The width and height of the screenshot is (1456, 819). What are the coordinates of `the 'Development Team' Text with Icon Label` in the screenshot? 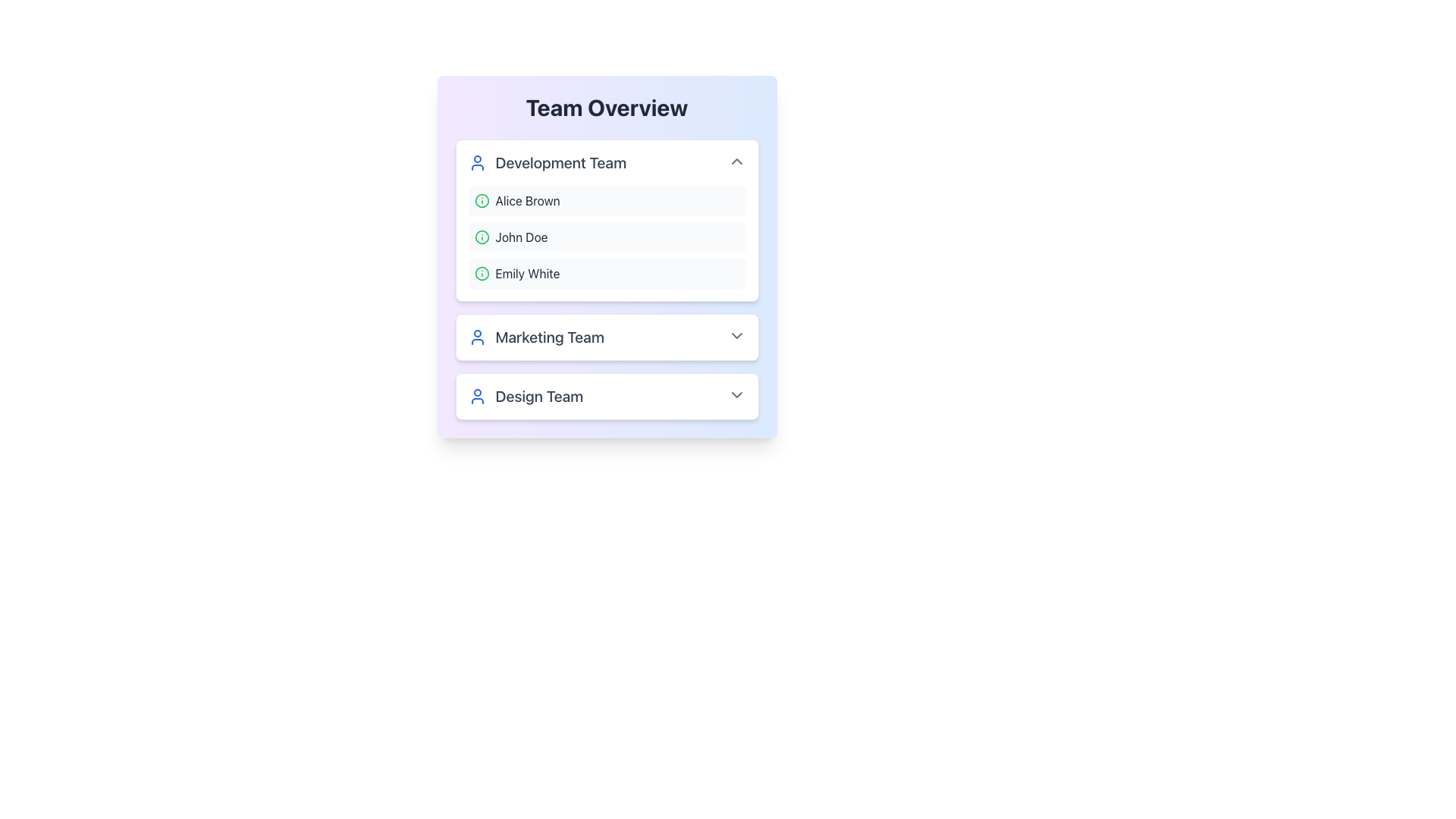 It's located at (546, 163).